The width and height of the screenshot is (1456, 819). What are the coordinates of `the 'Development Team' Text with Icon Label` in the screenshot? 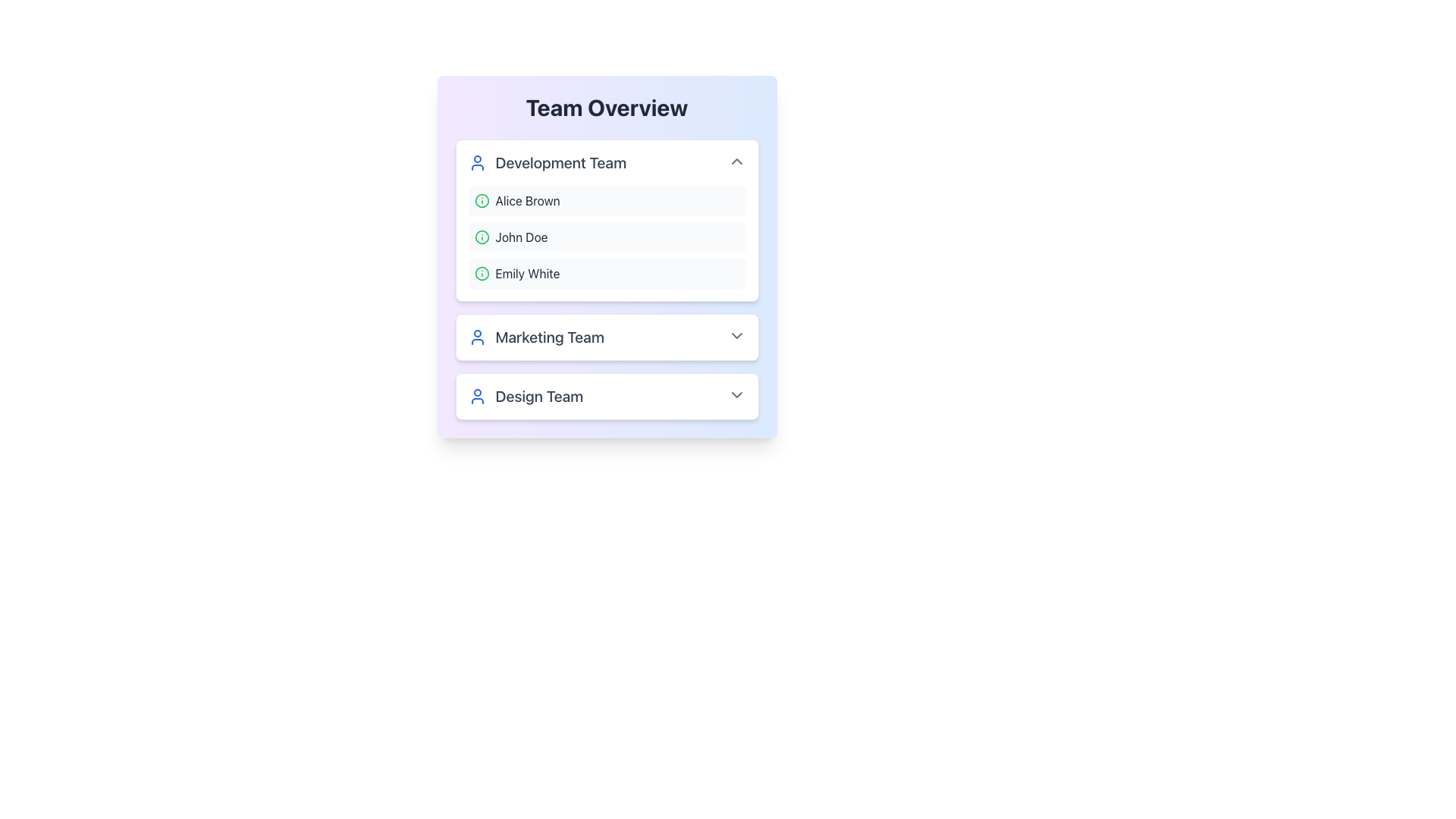 It's located at (546, 163).